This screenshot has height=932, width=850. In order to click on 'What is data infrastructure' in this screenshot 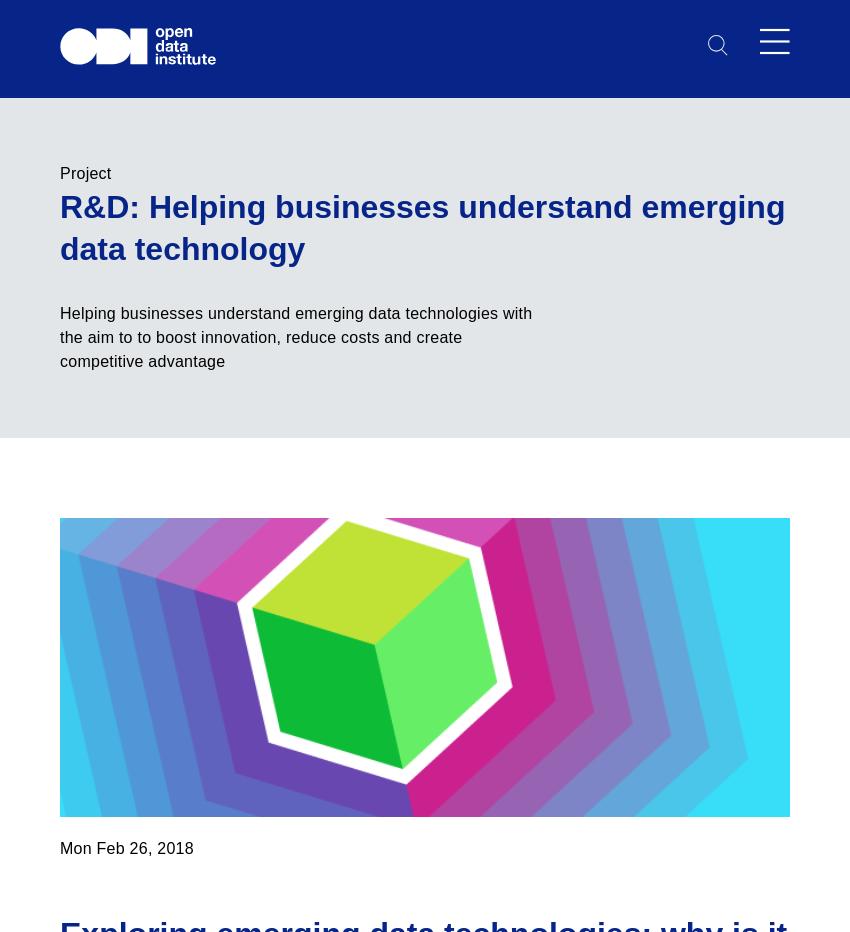, I will do `click(350, 649)`.